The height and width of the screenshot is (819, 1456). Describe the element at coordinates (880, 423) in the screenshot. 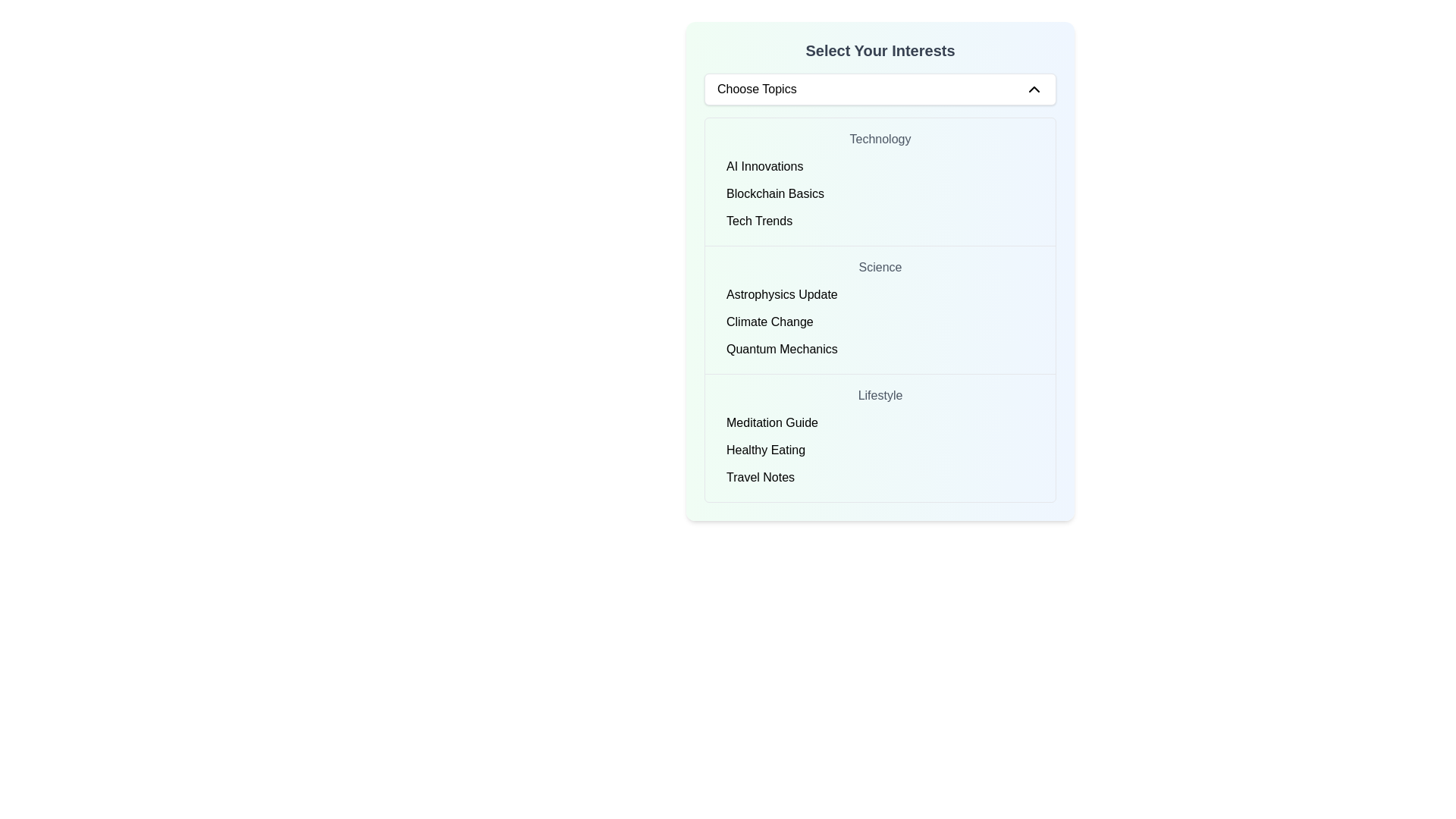

I see `the 'Meditation Guide' clickable option in the Lifestyle section` at that location.